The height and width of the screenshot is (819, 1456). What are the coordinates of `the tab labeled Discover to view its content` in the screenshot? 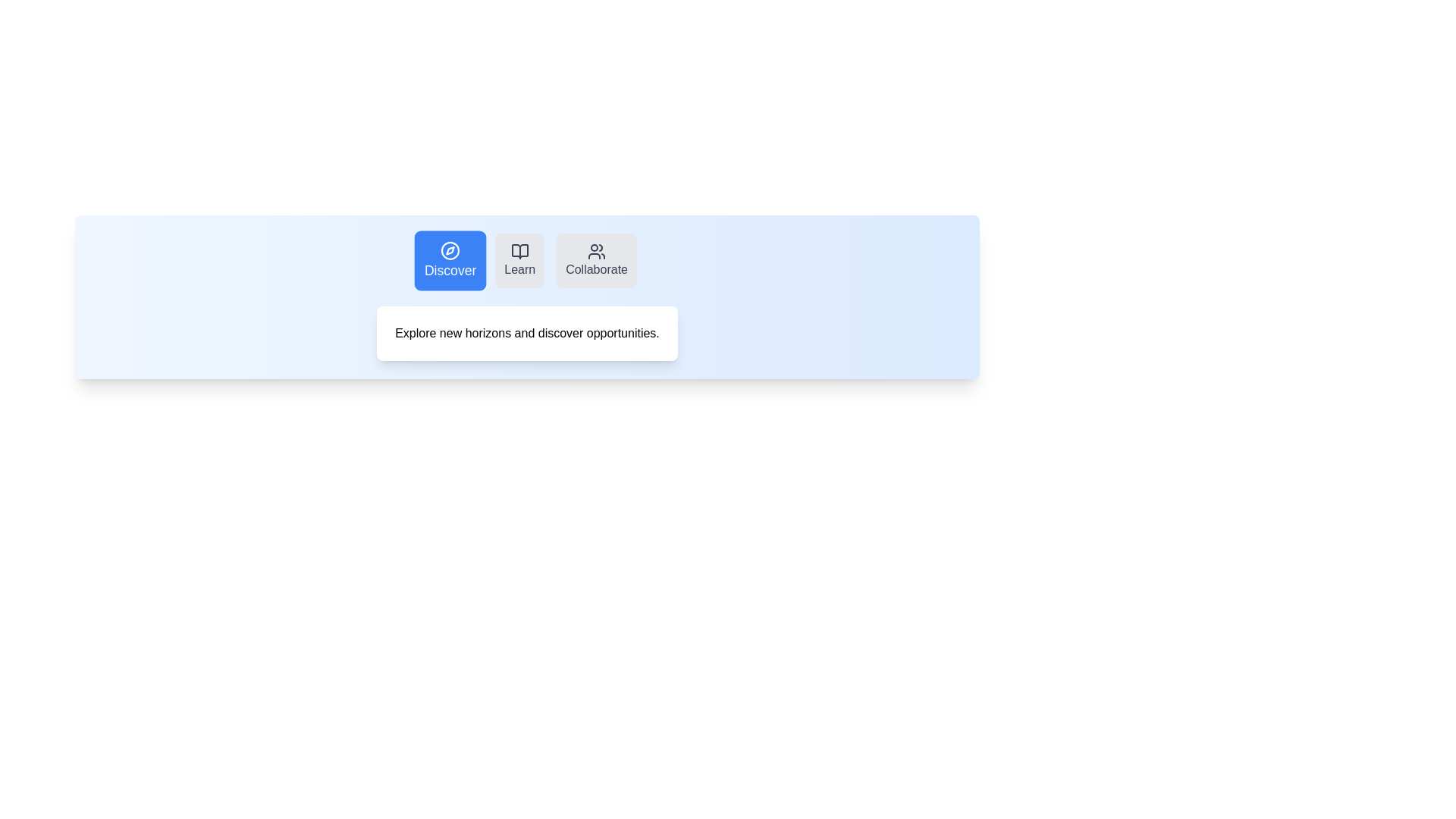 It's located at (450, 259).